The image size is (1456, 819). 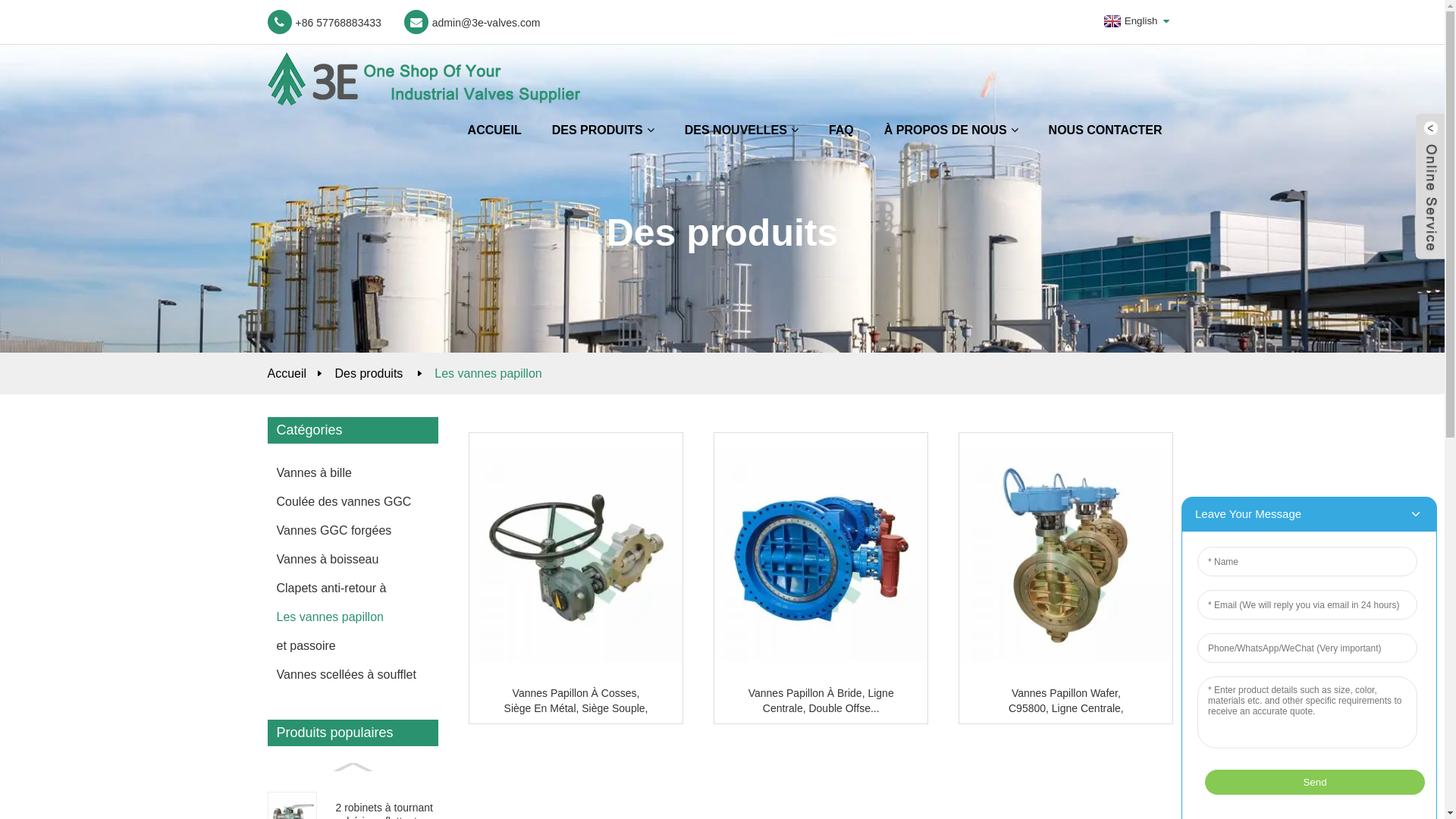 What do you see at coordinates (287, 373) in the screenshot?
I see `'Accueil'` at bounding box center [287, 373].